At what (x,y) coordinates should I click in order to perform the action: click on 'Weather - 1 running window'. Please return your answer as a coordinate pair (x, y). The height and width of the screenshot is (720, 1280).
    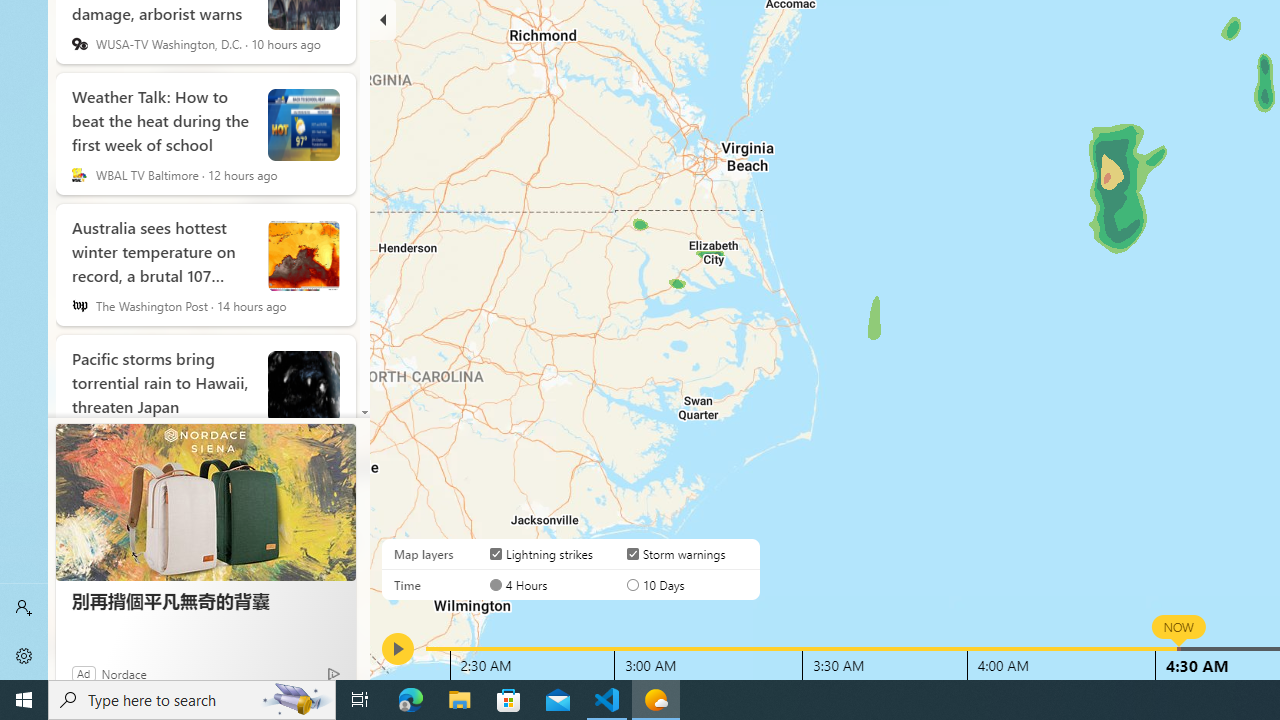
    Looking at the image, I should click on (656, 698).